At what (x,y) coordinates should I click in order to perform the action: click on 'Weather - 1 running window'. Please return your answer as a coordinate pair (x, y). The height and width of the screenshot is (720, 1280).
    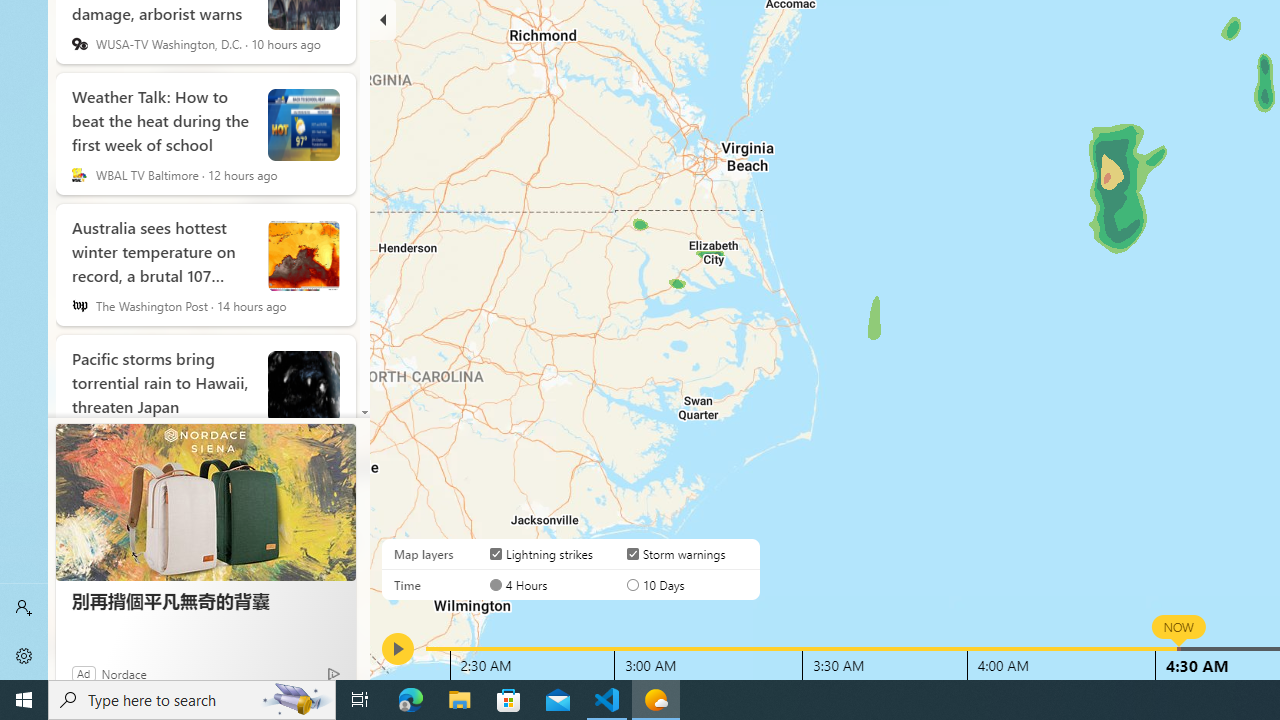
    Looking at the image, I should click on (656, 698).